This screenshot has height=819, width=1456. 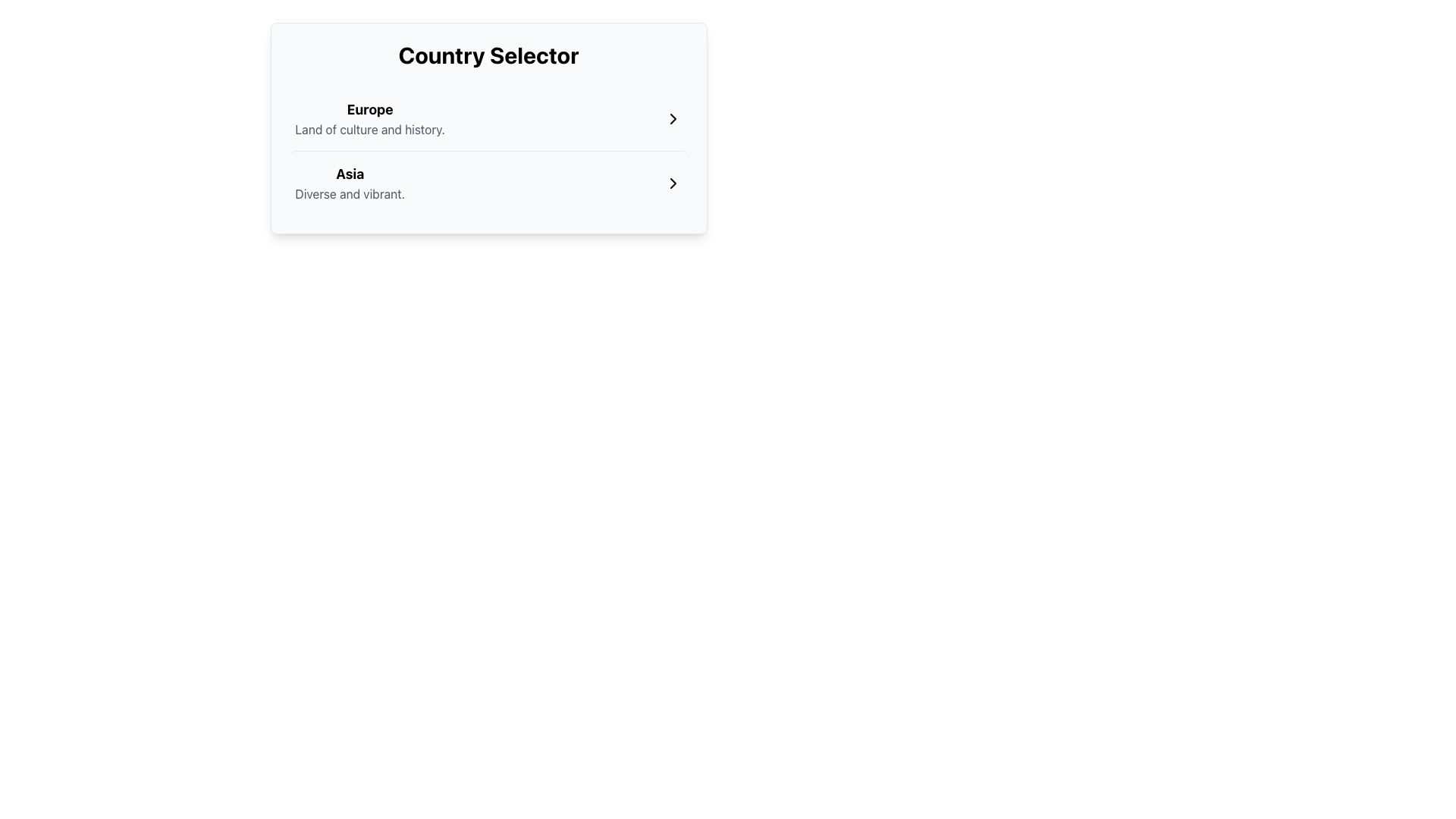 I want to click on the header label for 'Europe' located at the top of the 'Country Selector' panel, above the text 'Land of culture and history', so click(x=370, y=109).